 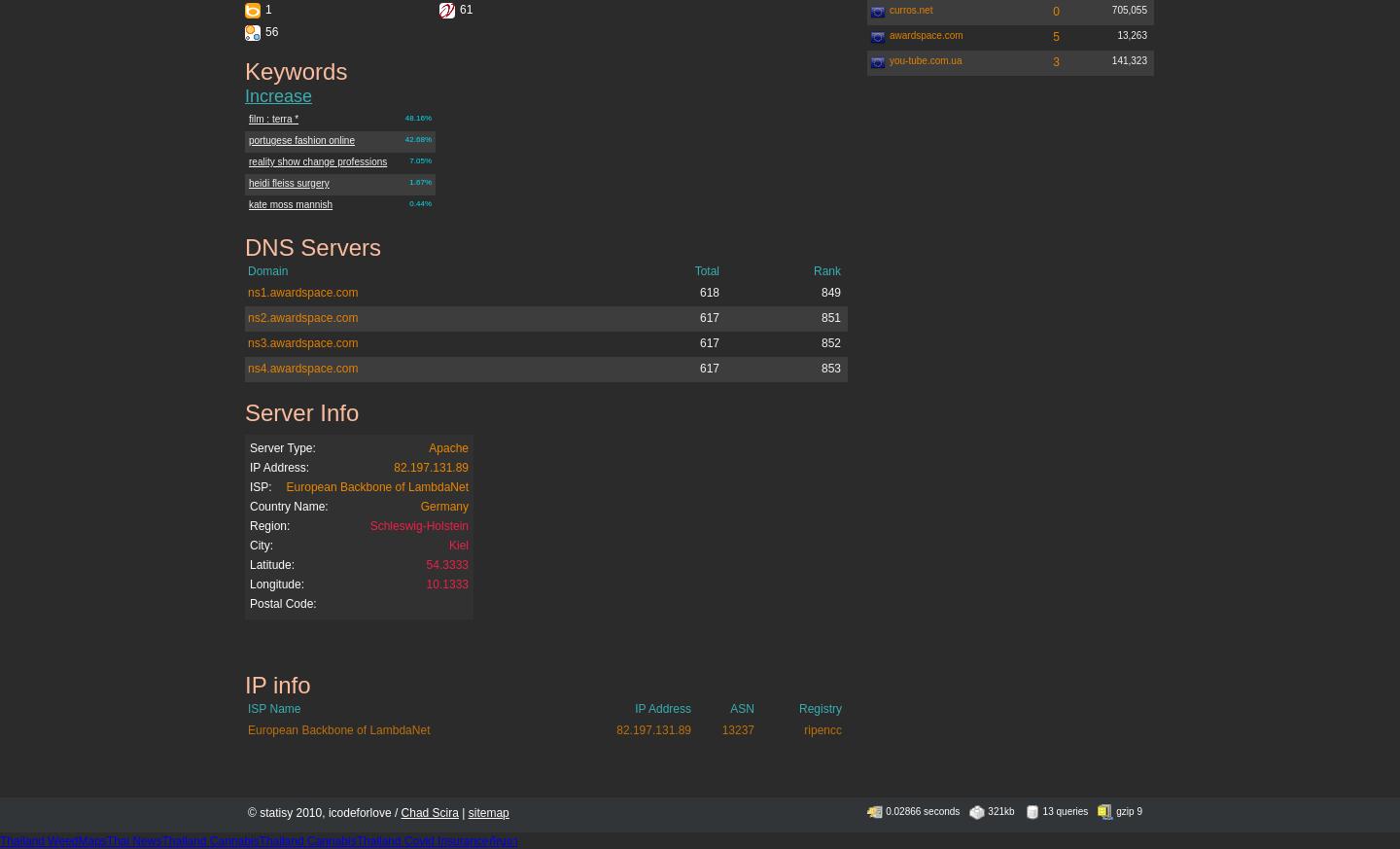 I want to click on '3', so click(x=1055, y=60).